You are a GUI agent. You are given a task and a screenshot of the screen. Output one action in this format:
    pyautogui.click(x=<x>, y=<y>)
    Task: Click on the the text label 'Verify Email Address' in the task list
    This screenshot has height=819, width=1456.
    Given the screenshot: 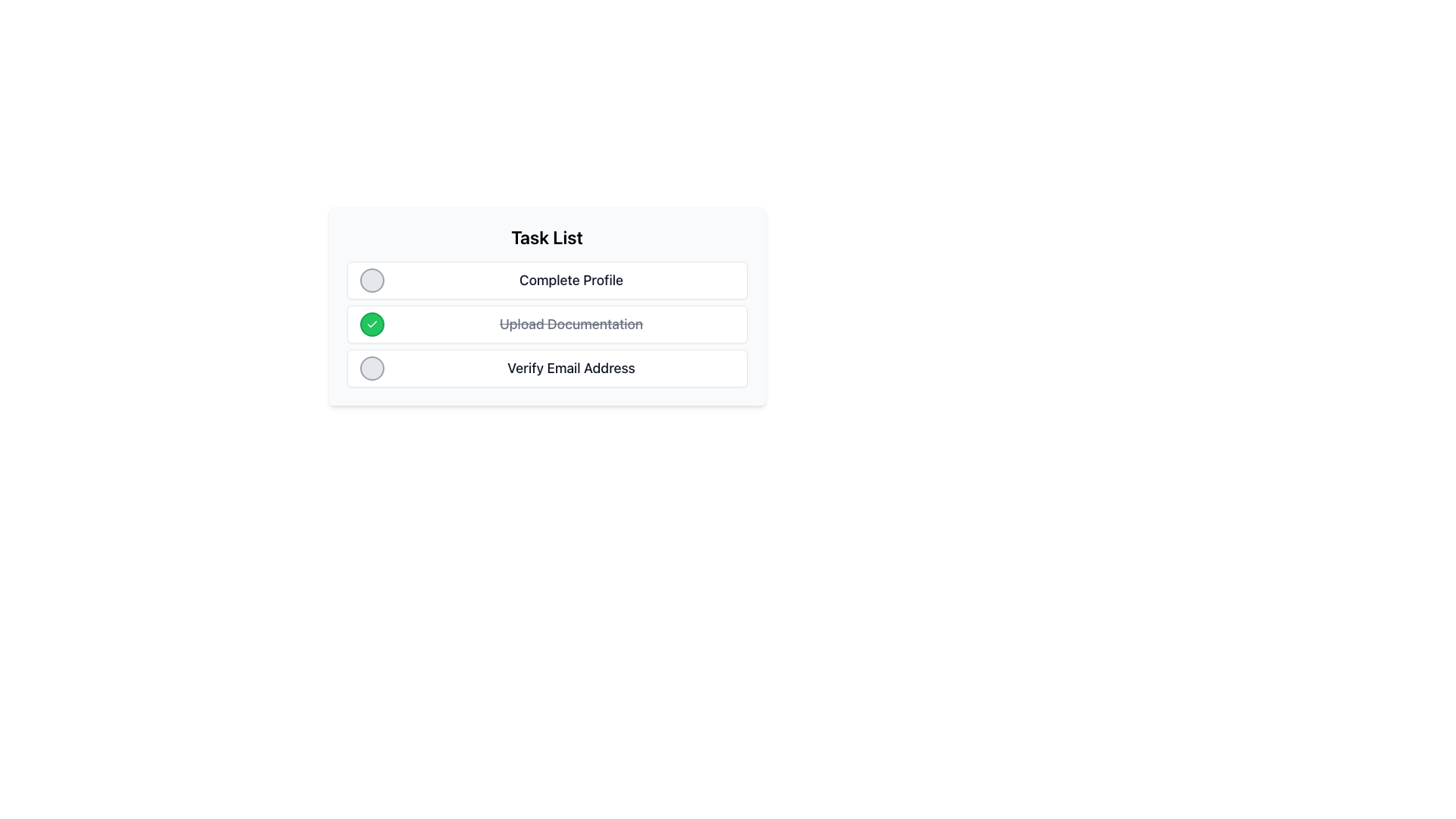 What is the action you would take?
    pyautogui.click(x=546, y=369)
    